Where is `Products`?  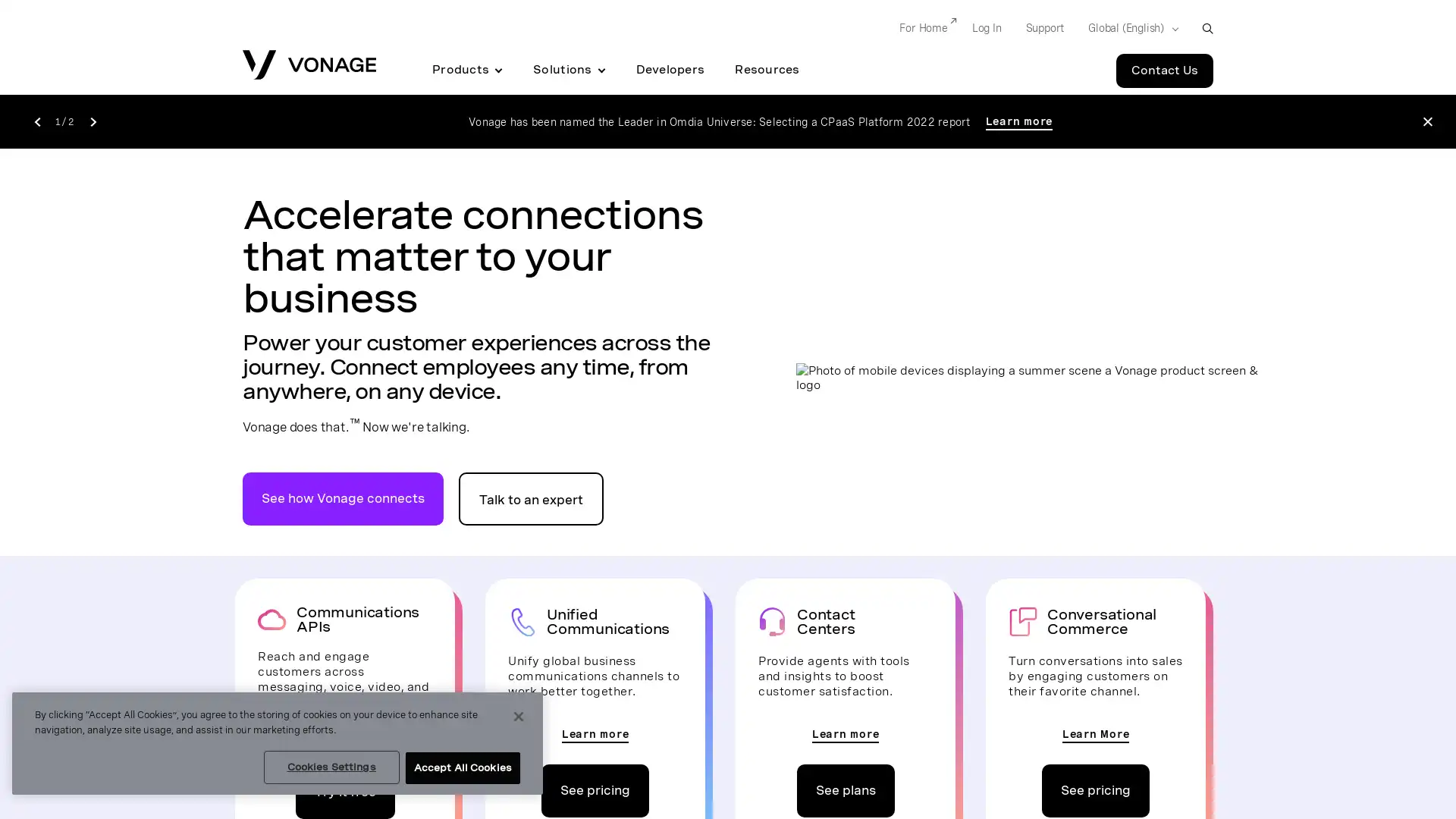
Products is located at coordinates (466, 70).